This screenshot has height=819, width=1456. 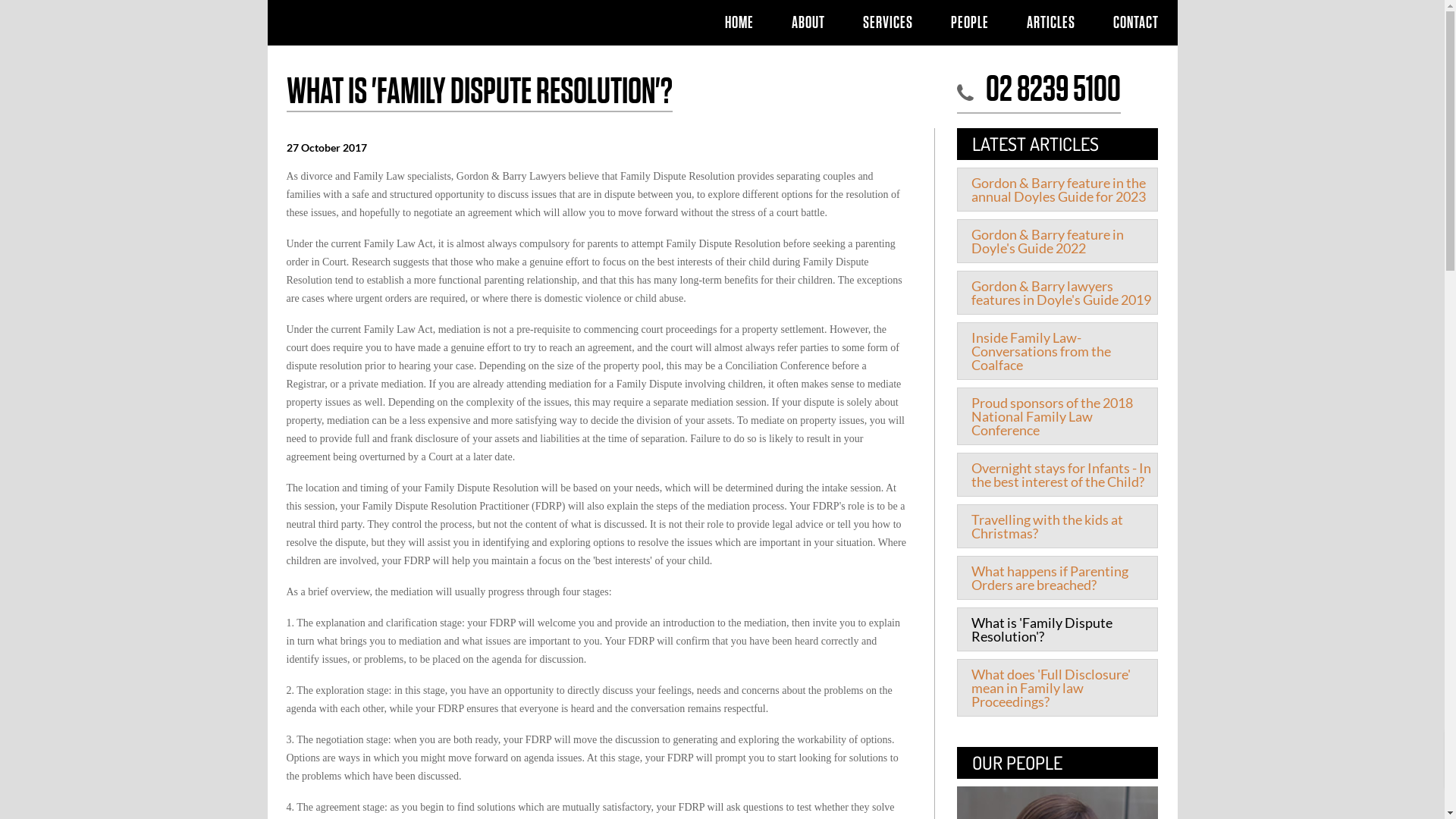 I want to click on 'What happens if Parenting Orders are breached?', so click(x=1056, y=578).